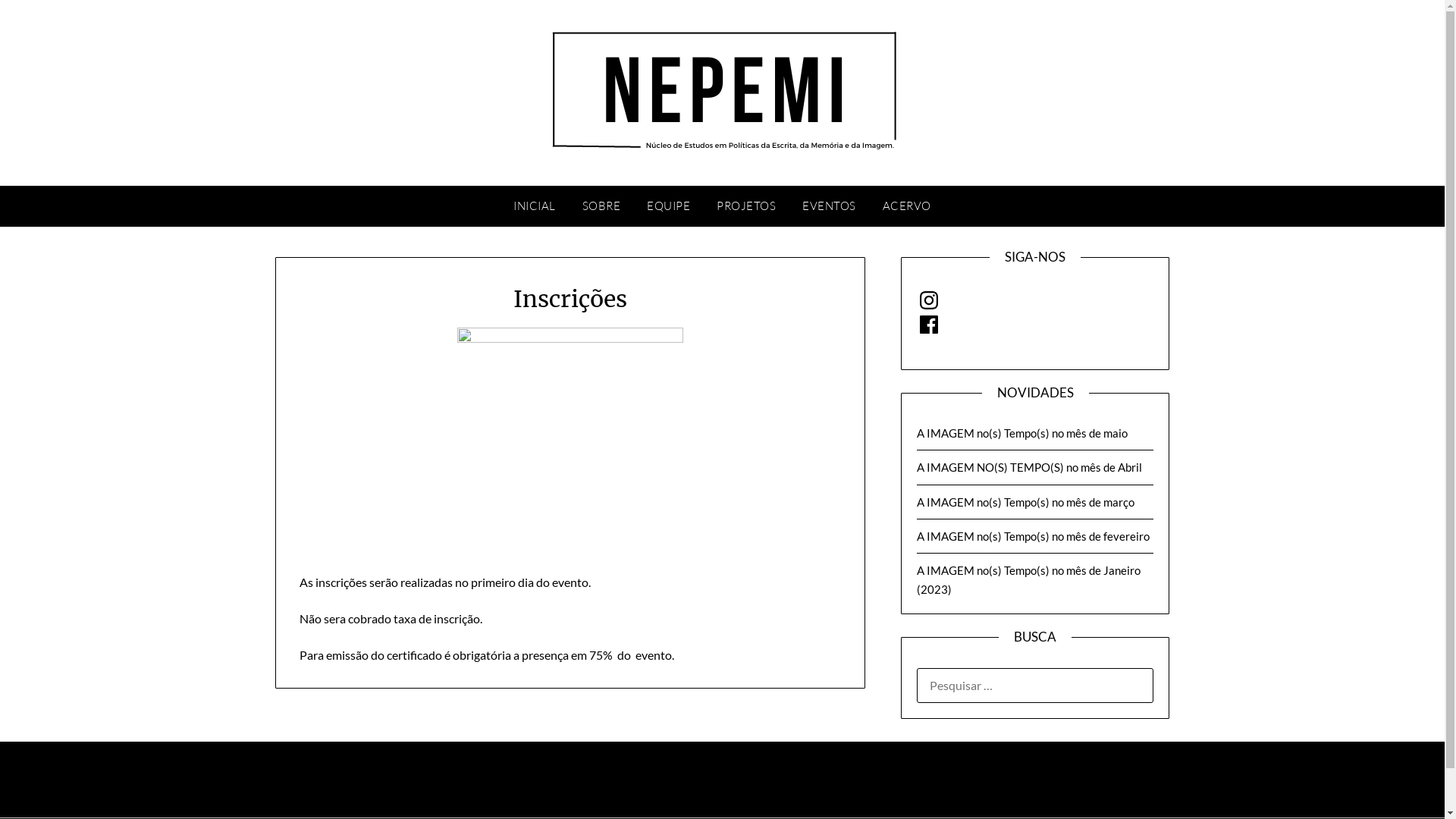 The width and height of the screenshot is (1456, 819). I want to click on 'ACERVO', so click(906, 206).